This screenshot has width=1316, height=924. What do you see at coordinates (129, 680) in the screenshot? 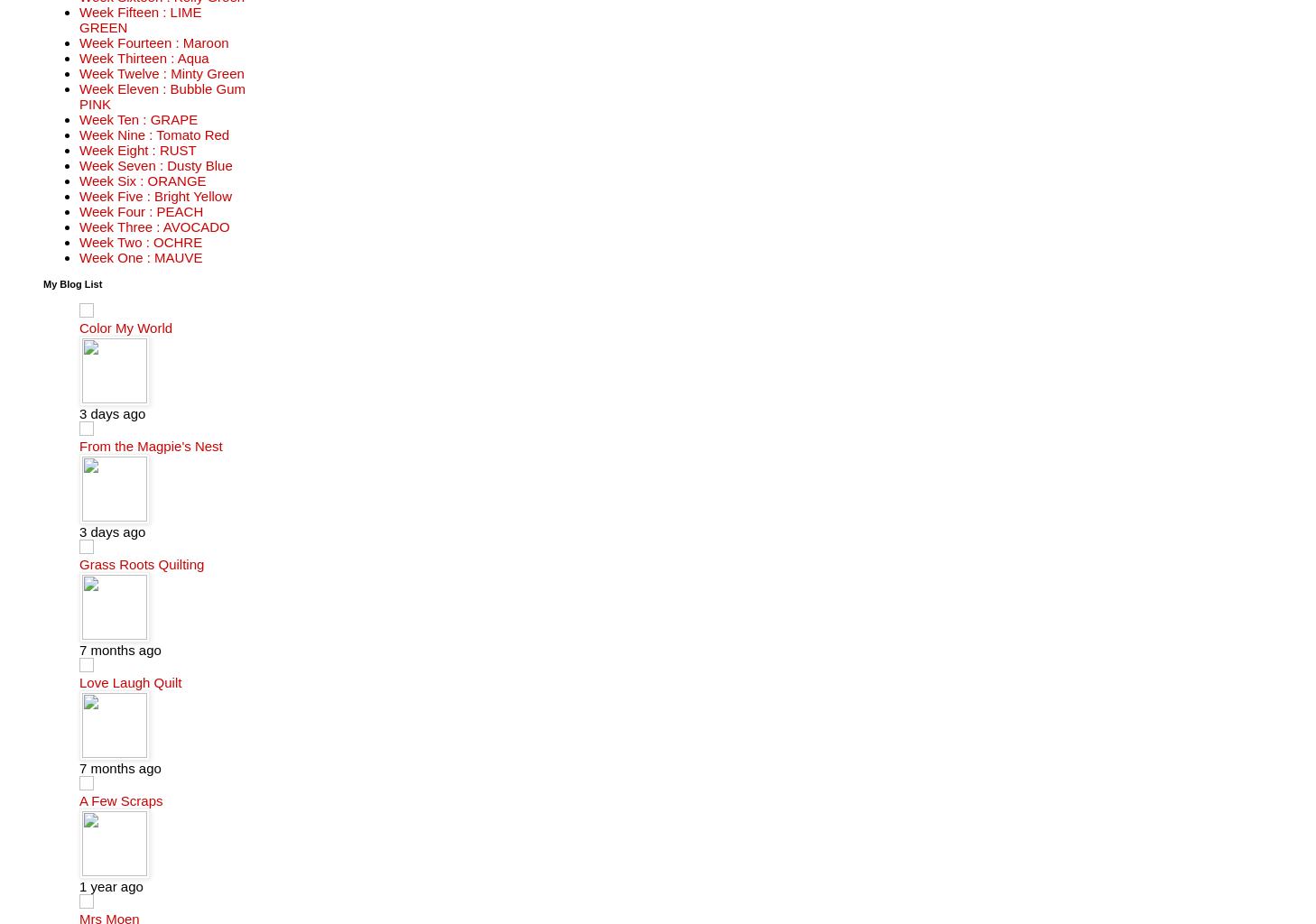
I see `'Love Laugh Quilt'` at bounding box center [129, 680].